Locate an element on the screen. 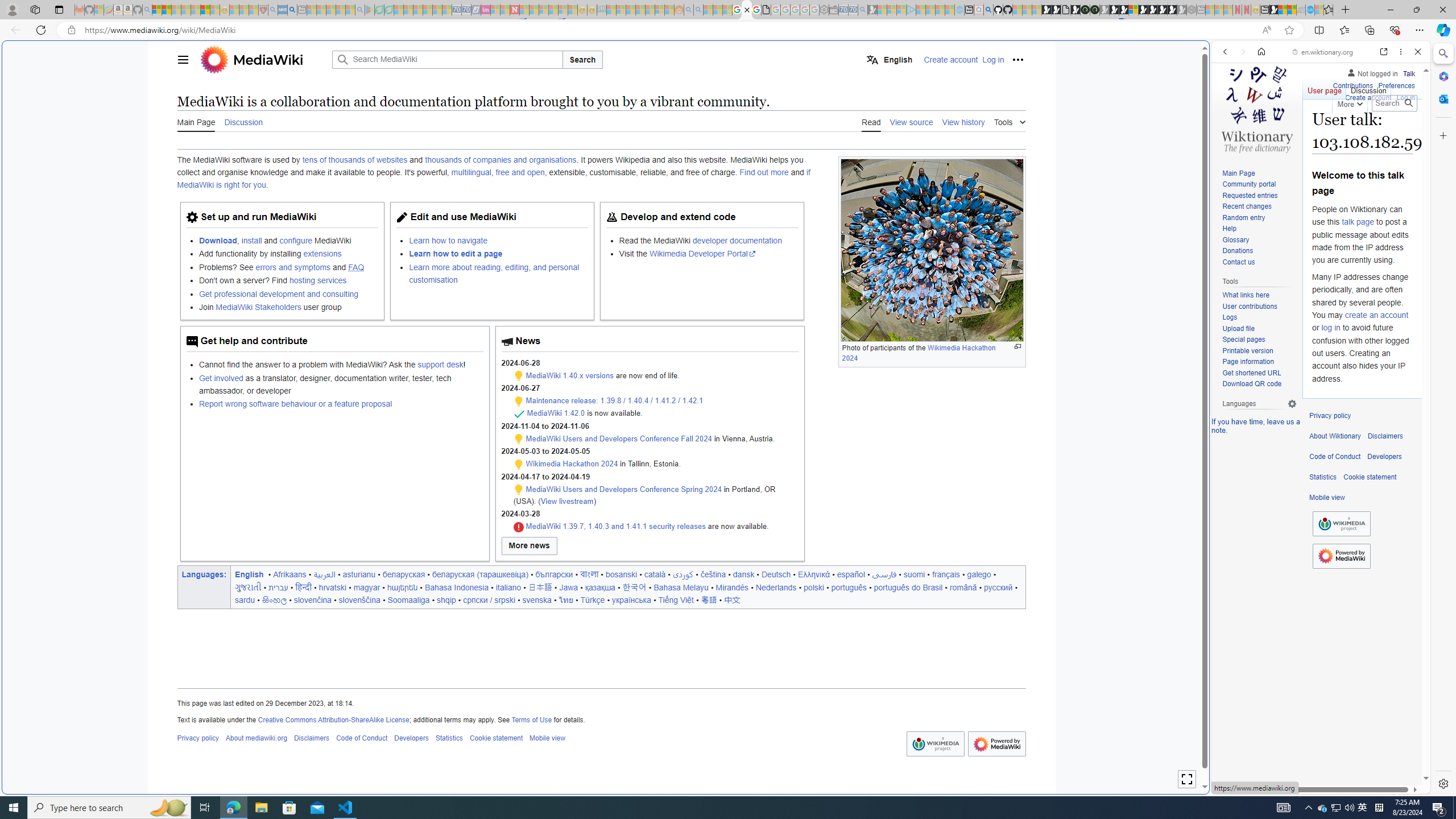 The height and width of the screenshot is (819, 1456). 'Add functionality by installing extensions' is located at coordinates (287, 253).